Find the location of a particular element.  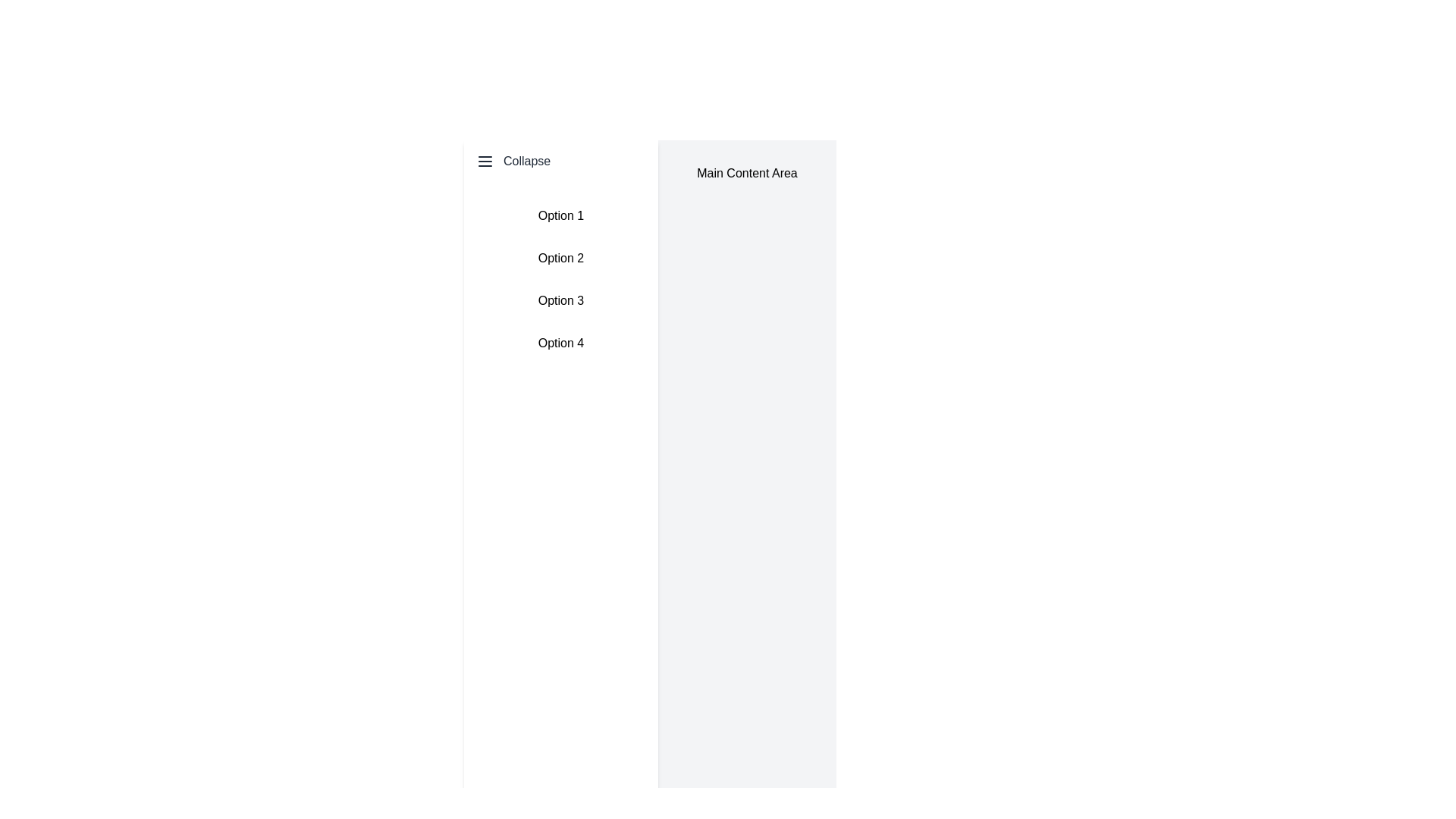

the clickable menu item labeled 'Option 2' to change its style by triggering the hover effect is located at coordinates (560, 257).